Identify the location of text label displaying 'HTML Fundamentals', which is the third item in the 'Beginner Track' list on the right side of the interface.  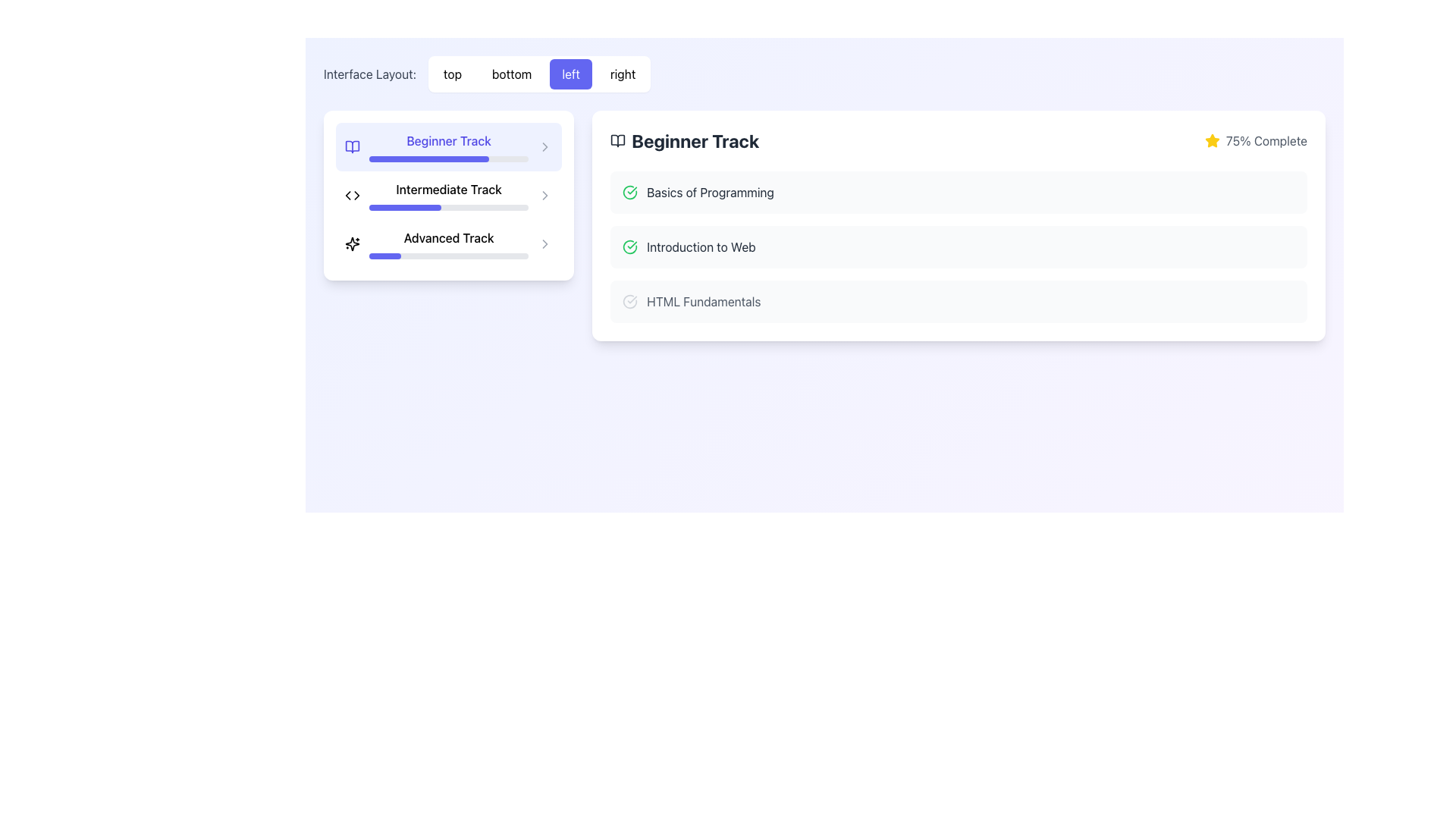
(703, 301).